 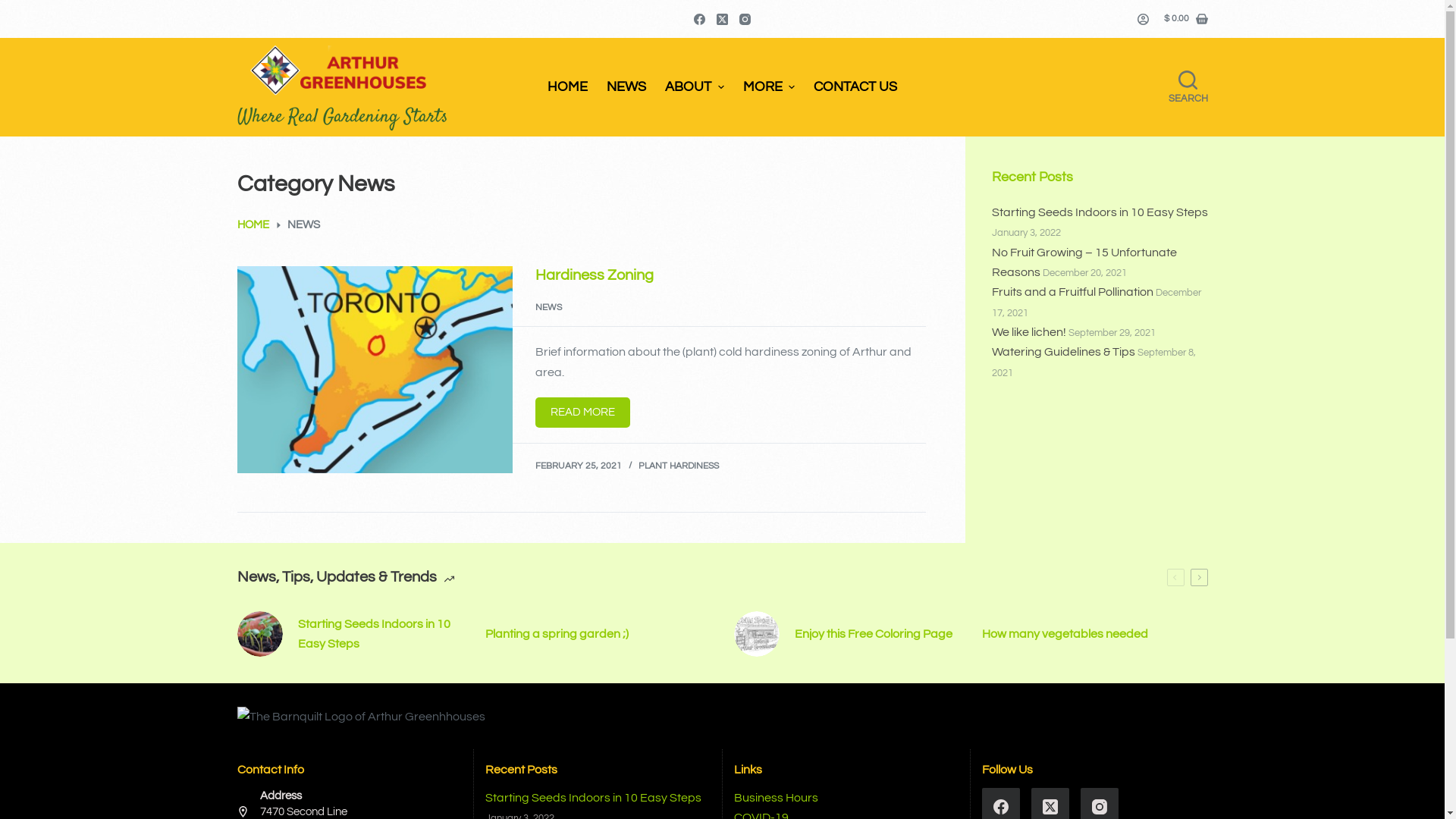 I want to click on 'MORE', so click(x=768, y=87).